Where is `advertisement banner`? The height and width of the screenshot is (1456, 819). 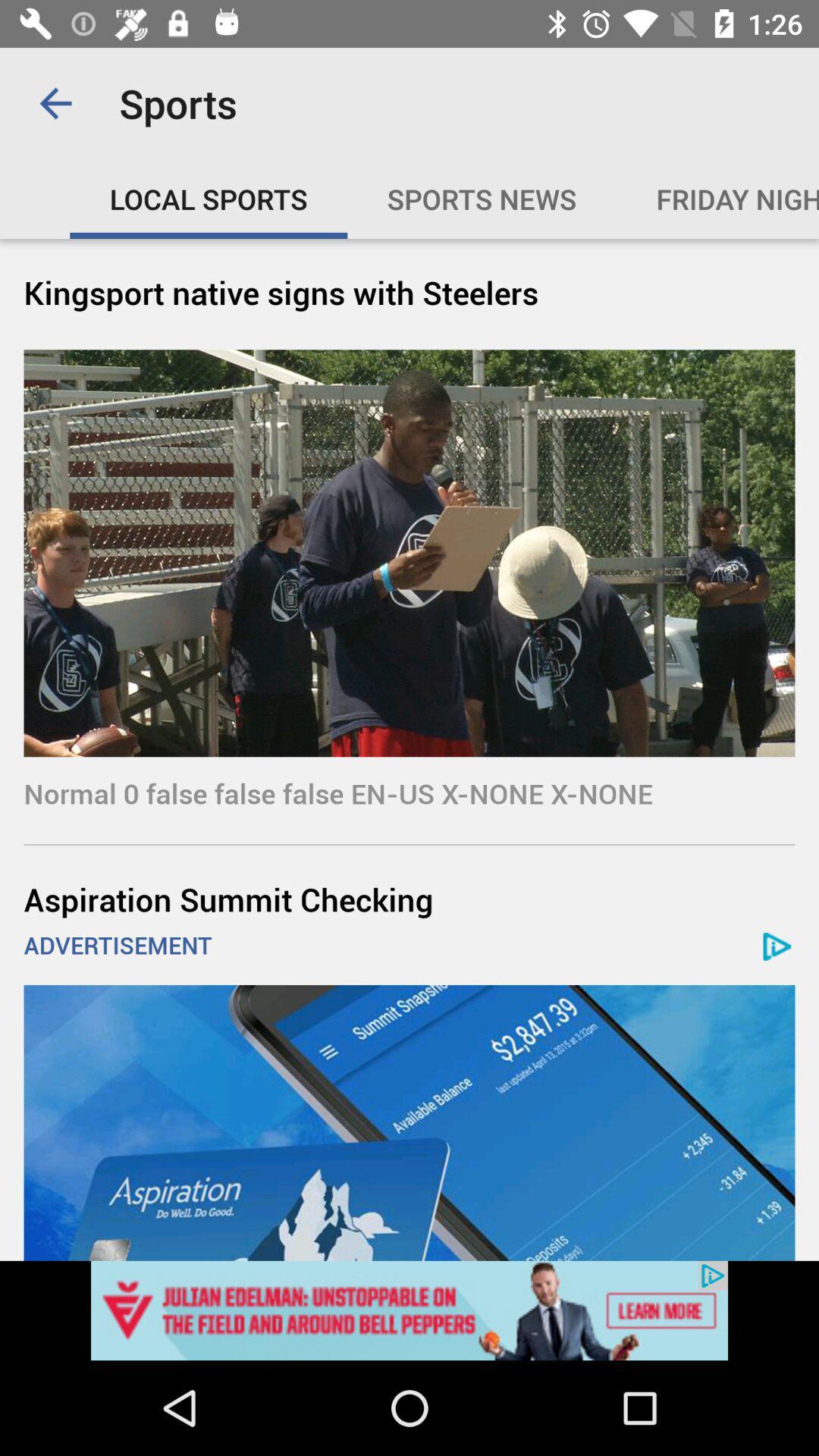 advertisement banner is located at coordinates (409, 1122).